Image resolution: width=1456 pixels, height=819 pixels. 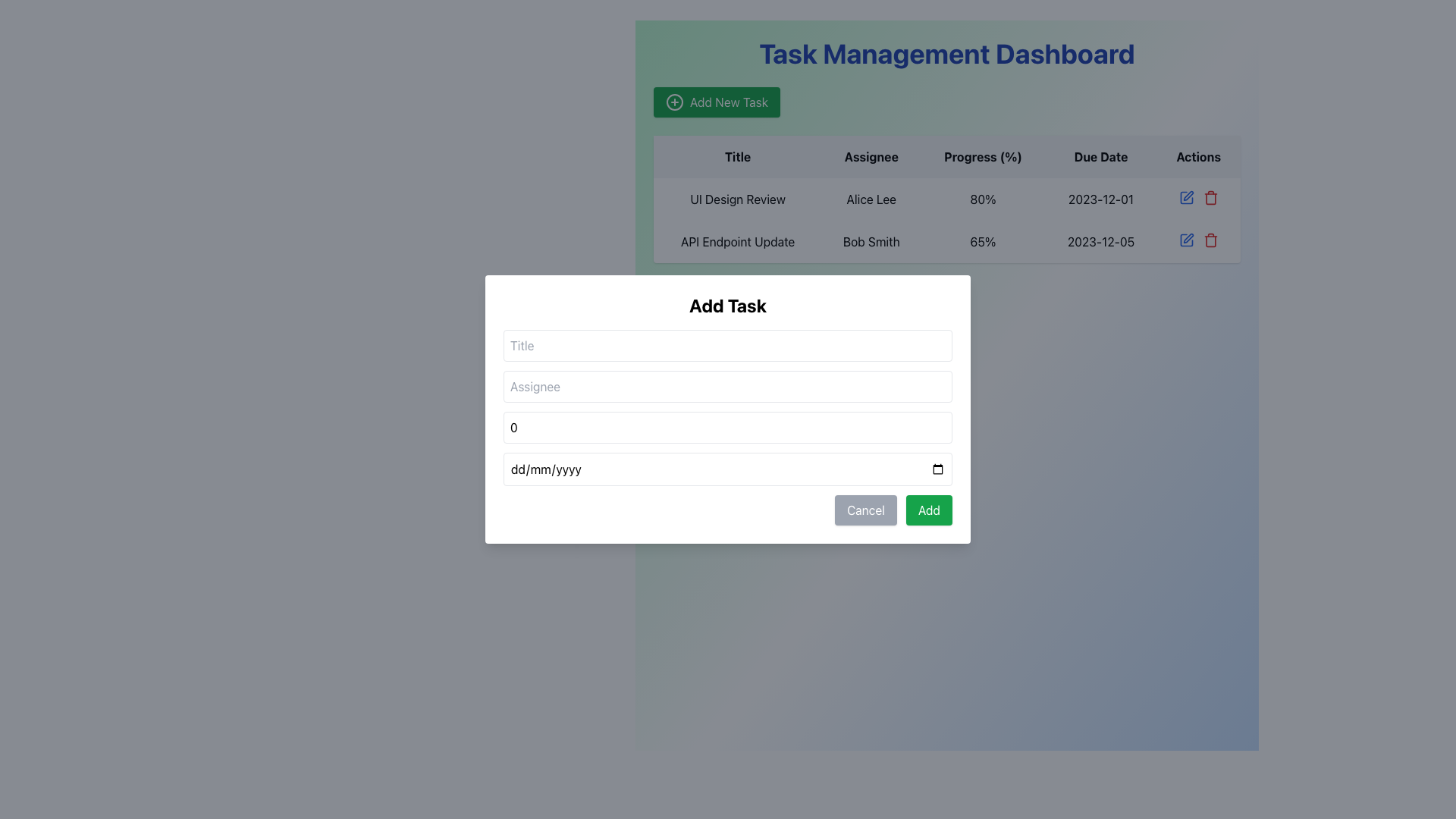 What do you see at coordinates (1210, 197) in the screenshot?
I see `the delete button located in the 'Actions' column of the task list for the task titled 'API Endpoint Update'` at bounding box center [1210, 197].